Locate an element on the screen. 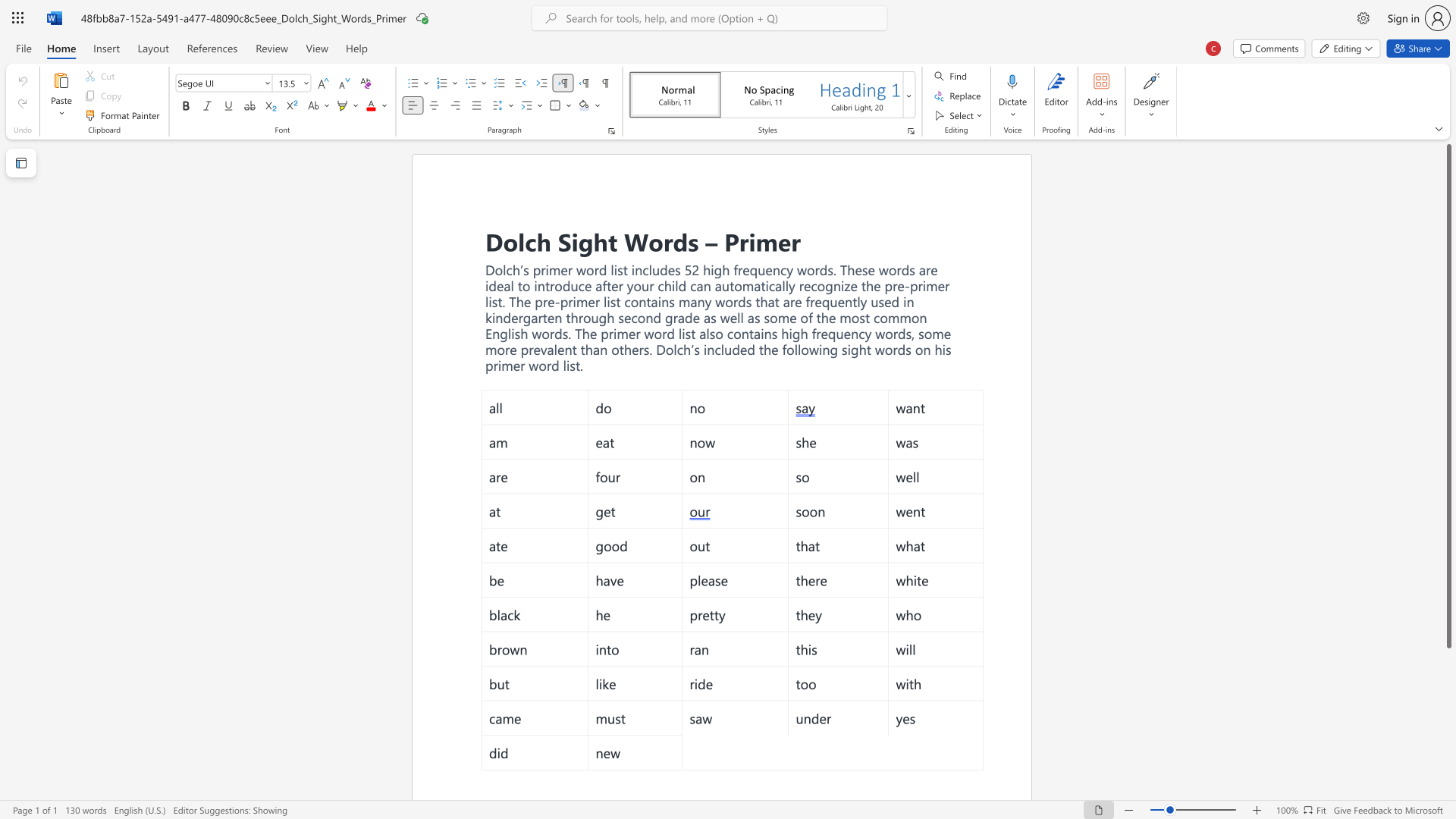  the 4th character "i" in the text is located at coordinates (943, 349).